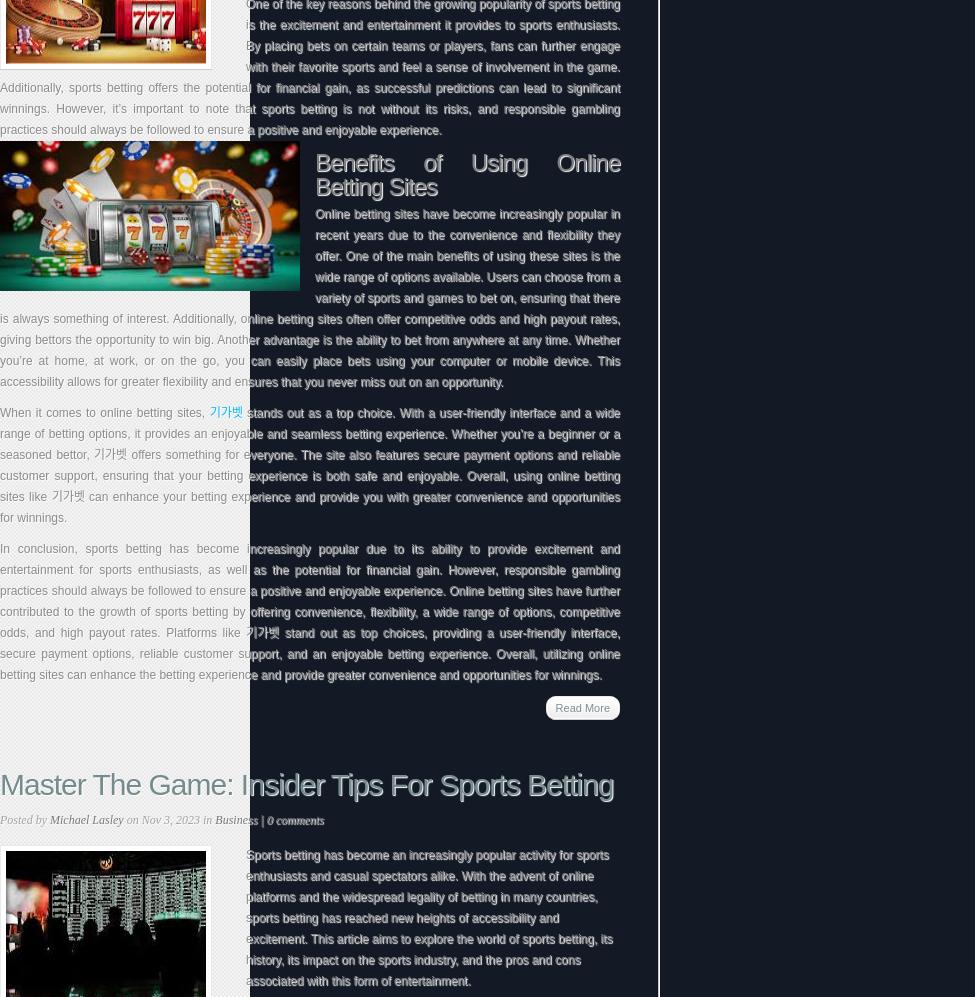 The width and height of the screenshot is (975, 997). What do you see at coordinates (293, 820) in the screenshot?
I see `'0 comments'` at bounding box center [293, 820].